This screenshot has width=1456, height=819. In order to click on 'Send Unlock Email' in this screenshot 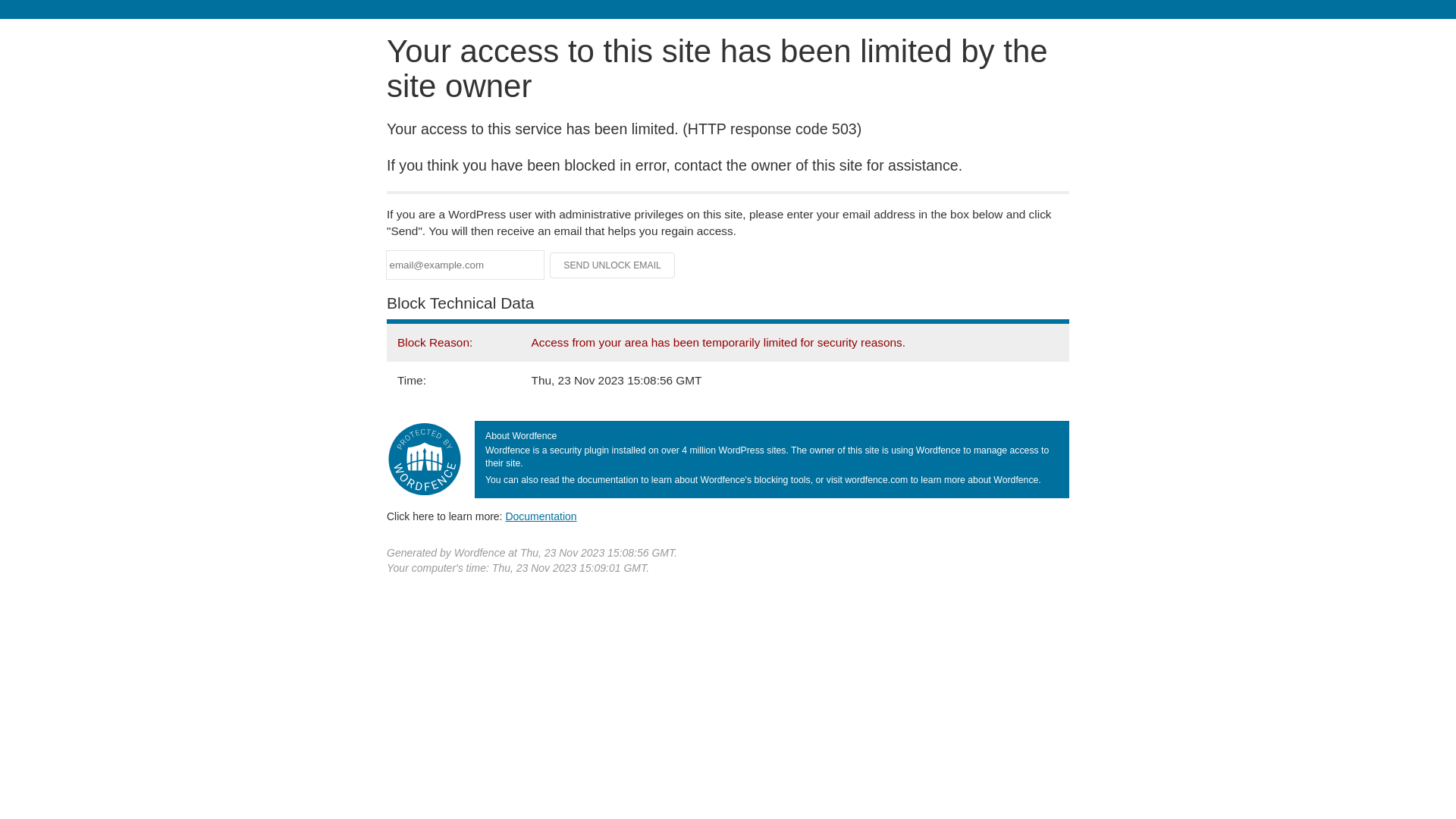, I will do `click(612, 265)`.